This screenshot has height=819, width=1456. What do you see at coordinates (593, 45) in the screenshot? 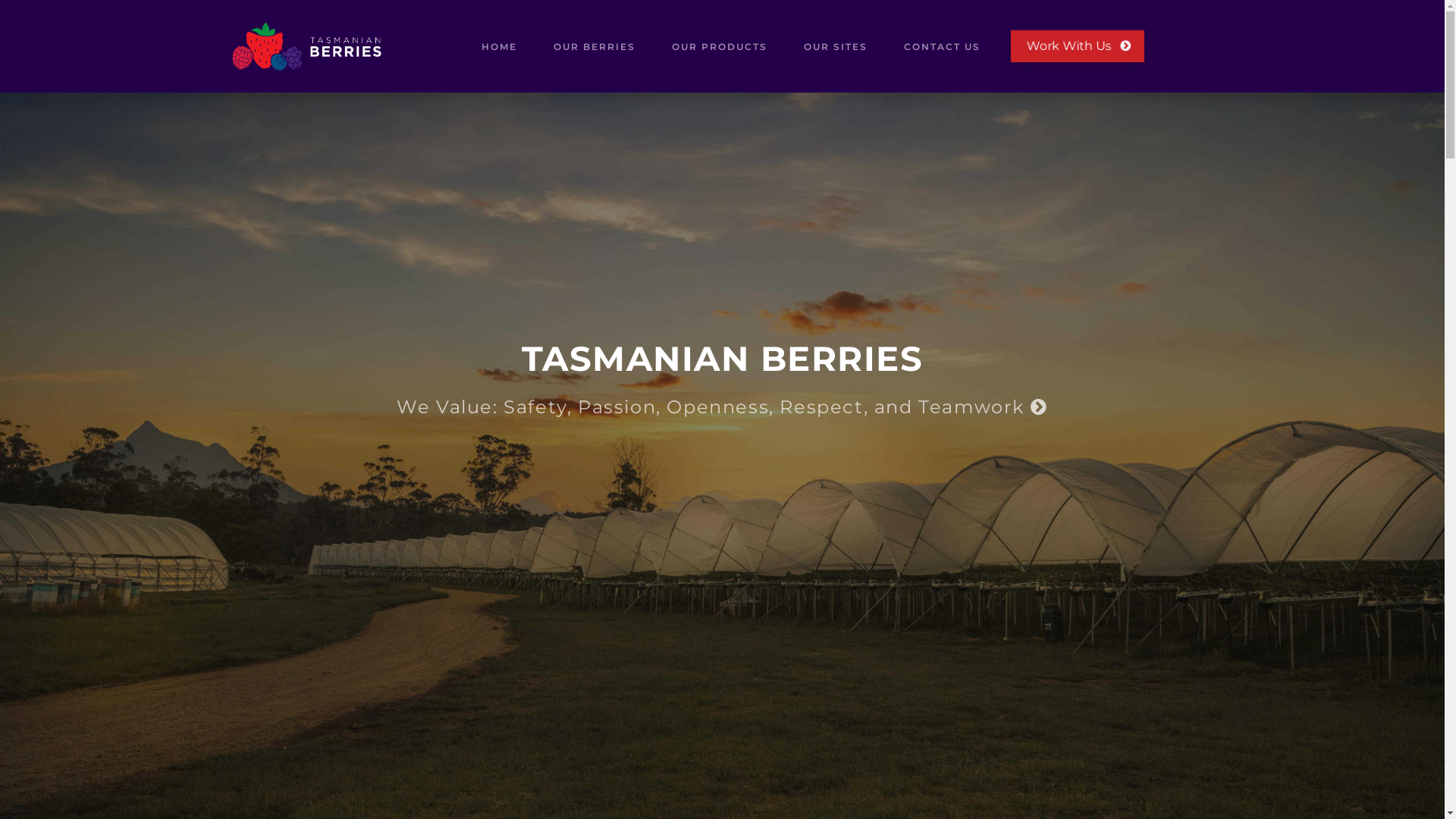
I see `'OUR BERRIES'` at bounding box center [593, 45].